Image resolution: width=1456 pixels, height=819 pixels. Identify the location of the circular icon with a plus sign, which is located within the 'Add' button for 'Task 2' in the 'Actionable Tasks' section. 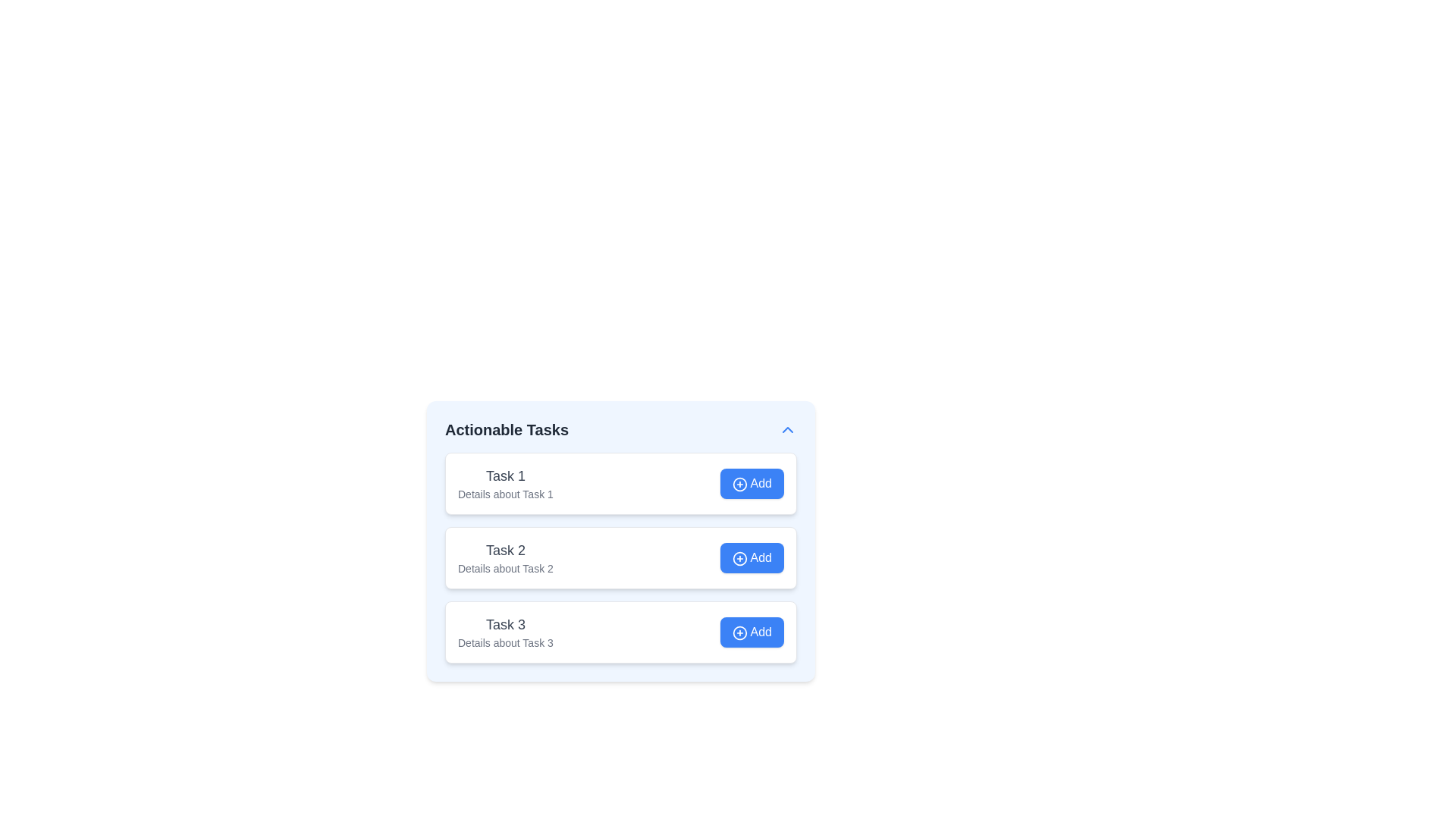
(739, 558).